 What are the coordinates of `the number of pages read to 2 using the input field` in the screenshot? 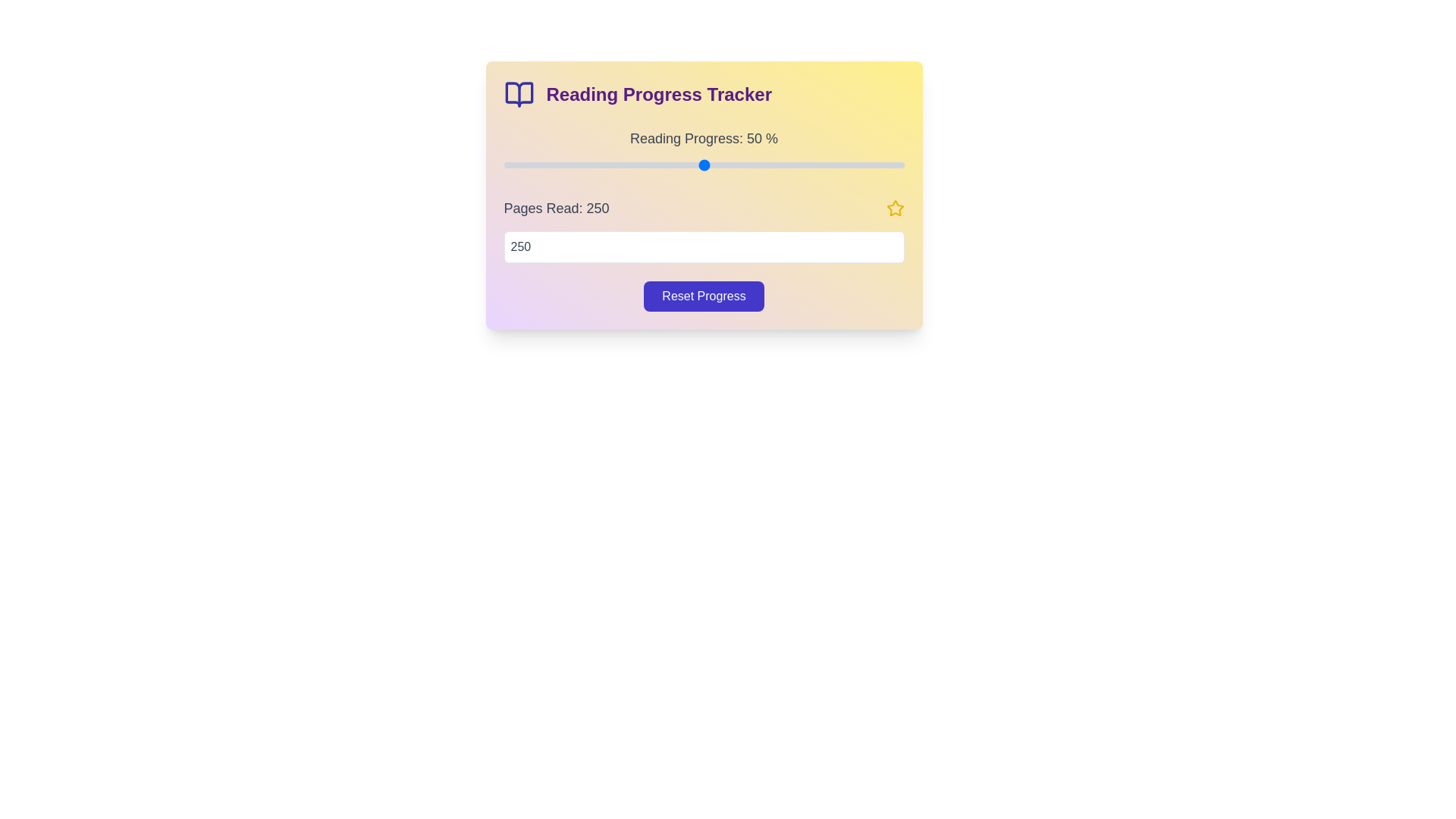 It's located at (703, 246).